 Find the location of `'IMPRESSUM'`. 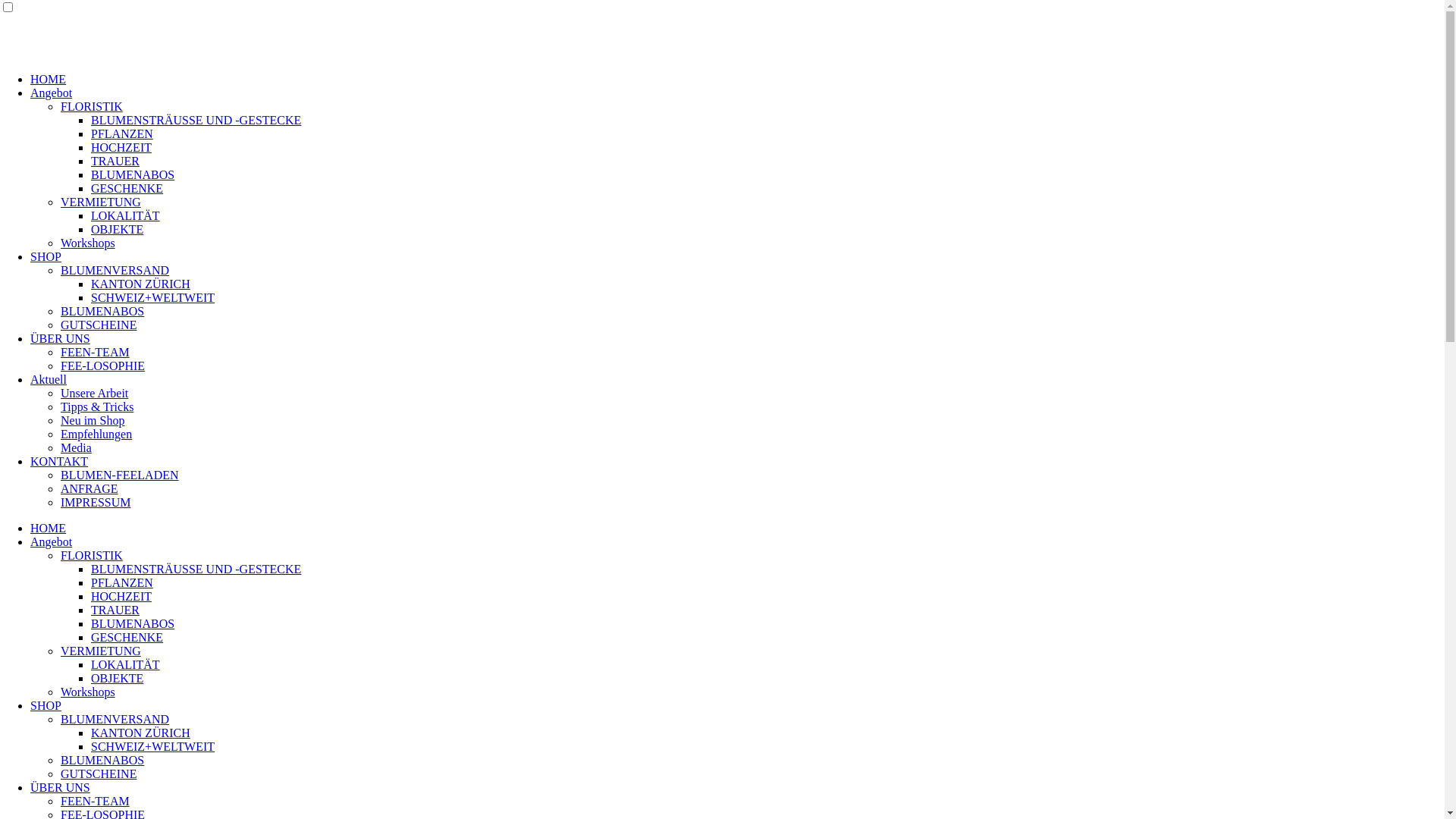

'IMPRESSUM' is located at coordinates (94, 502).